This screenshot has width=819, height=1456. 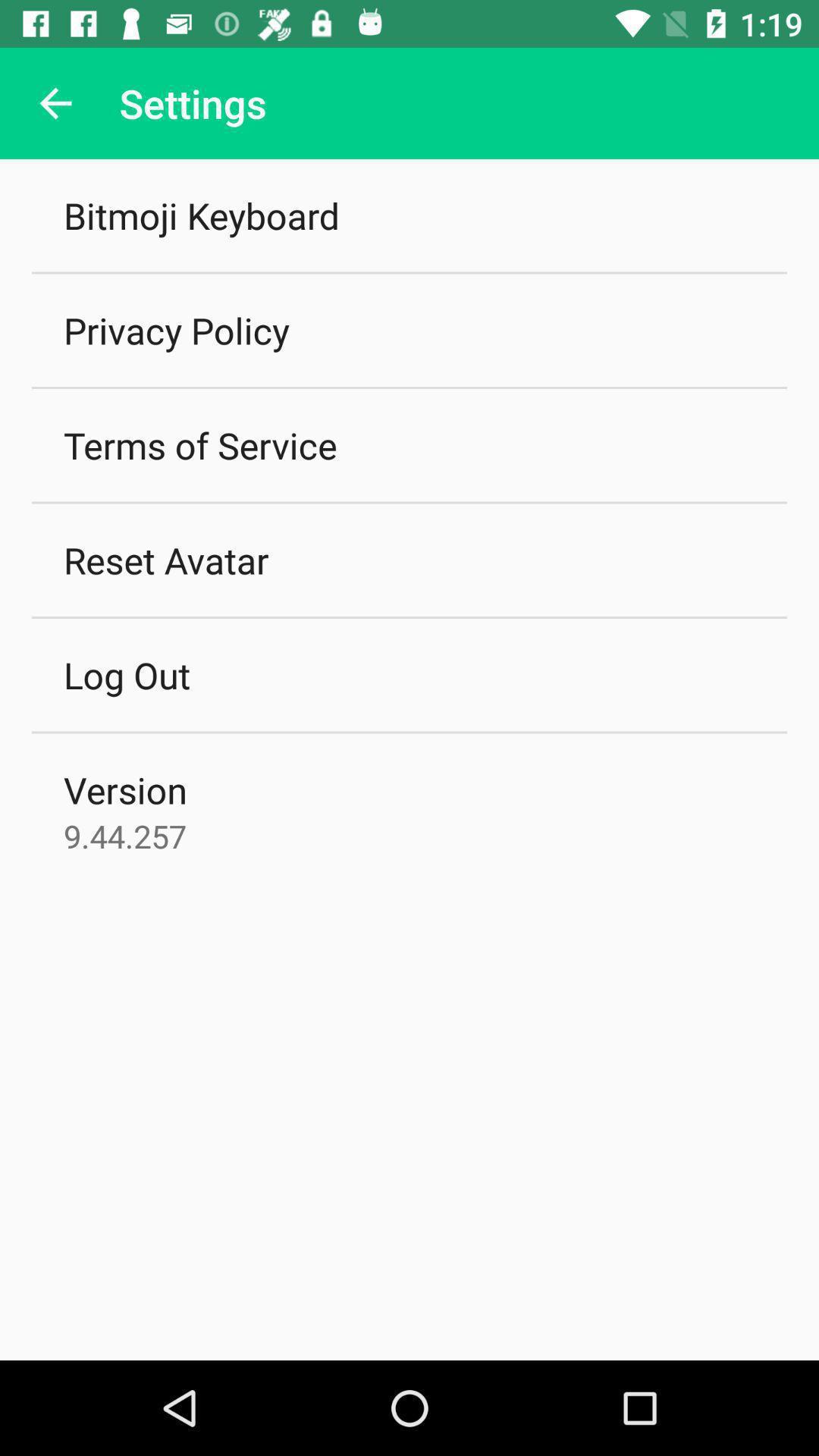 What do you see at coordinates (166, 559) in the screenshot?
I see `icon below terms of service icon` at bounding box center [166, 559].